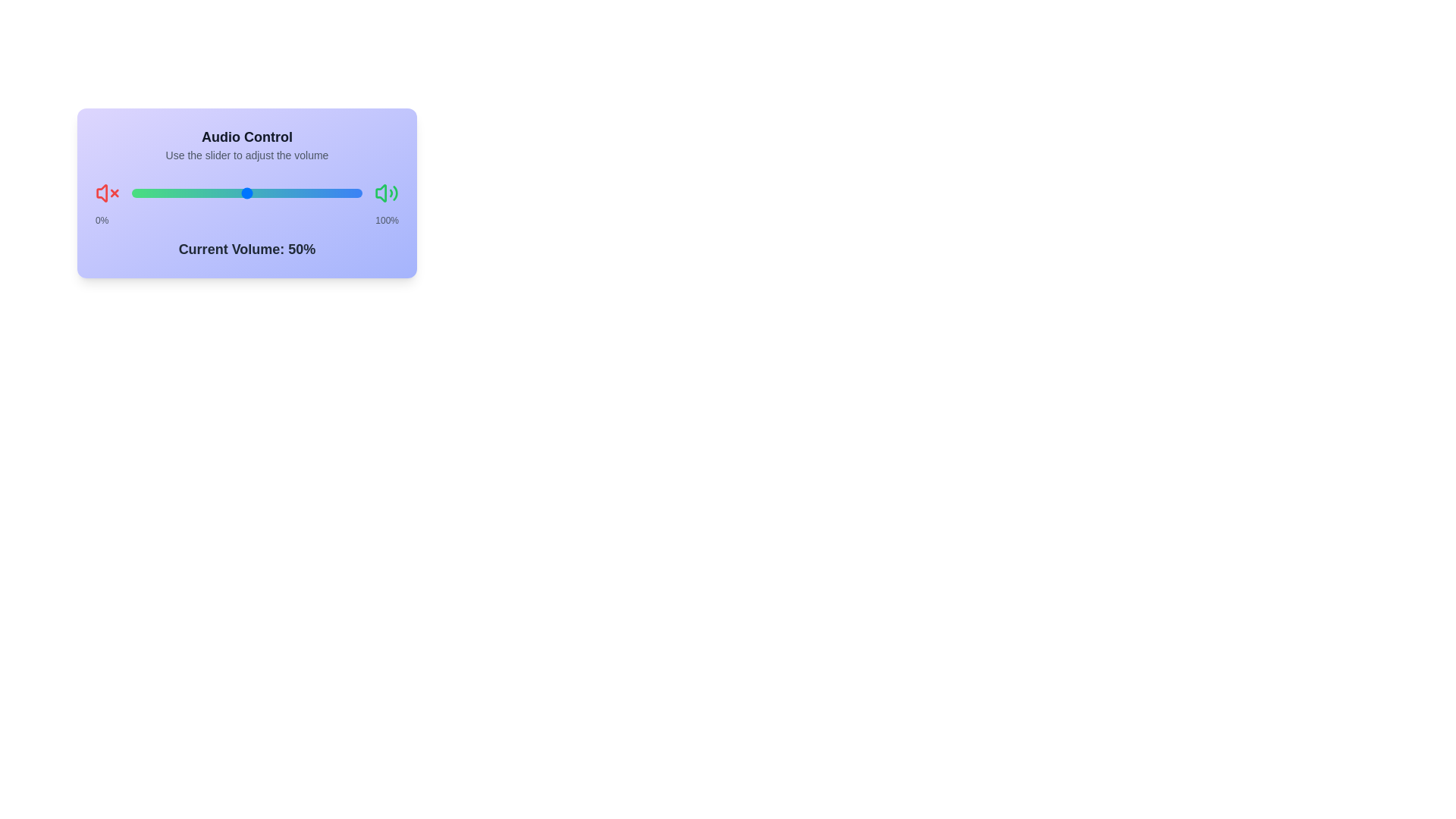 This screenshot has height=819, width=1456. Describe the element at coordinates (313, 192) in the screenshot. I see `the slider to set the volume to 79%` at that location.